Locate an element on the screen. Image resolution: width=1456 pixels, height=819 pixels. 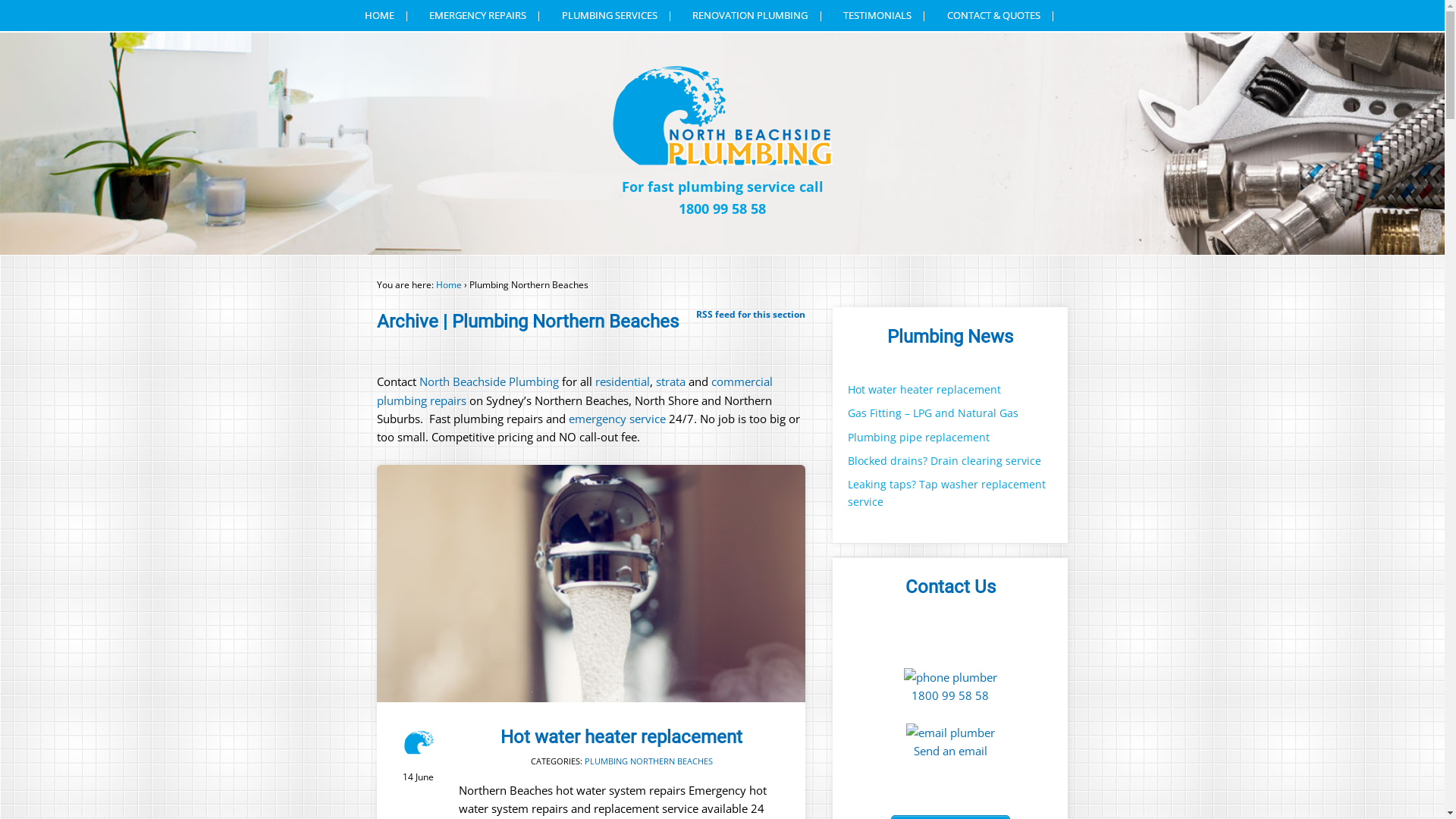
'strata' is located at coordinates (670, 380).